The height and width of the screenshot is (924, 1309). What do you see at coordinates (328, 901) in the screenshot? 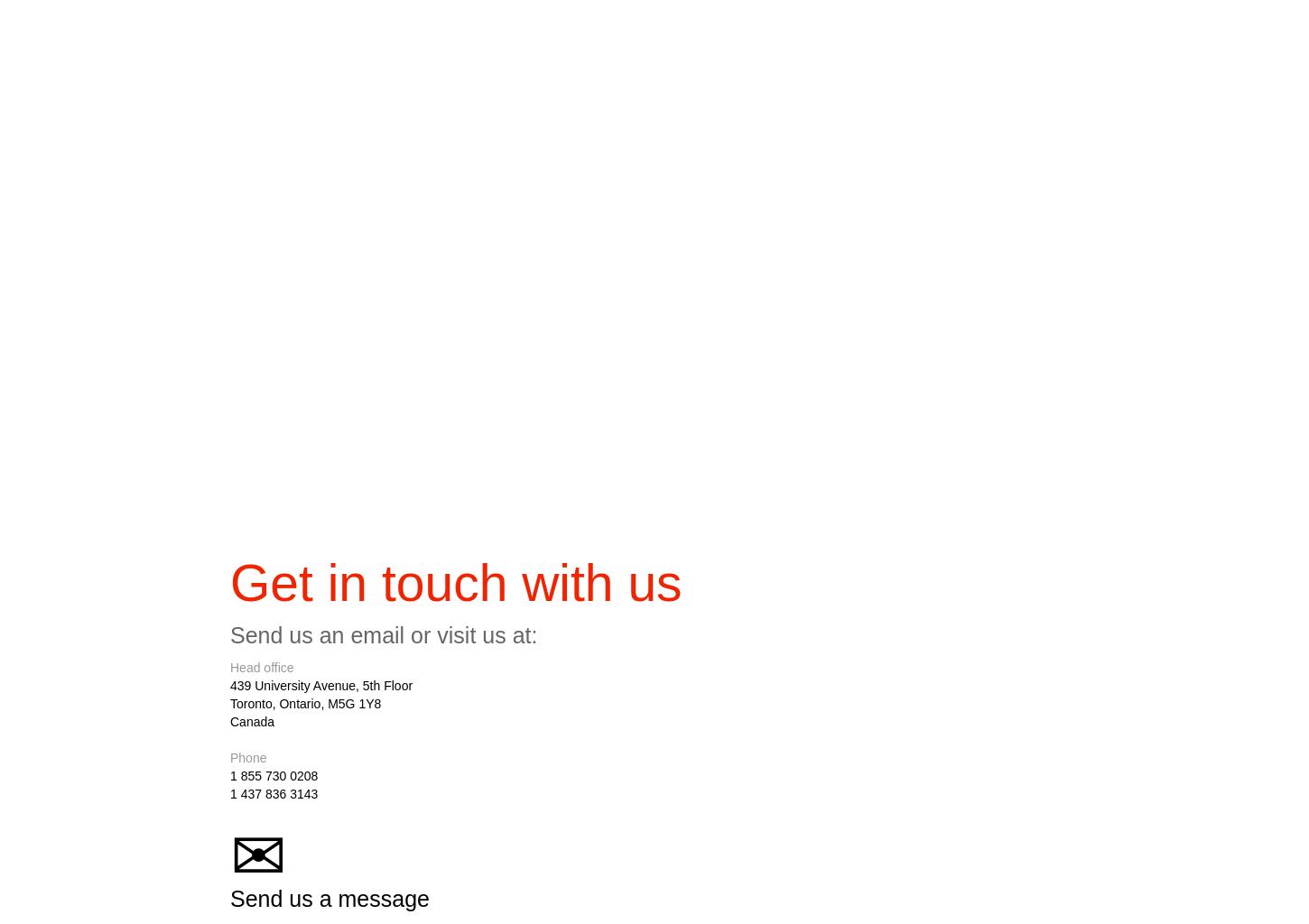
I see `'Send us a message'` at bounding box center [328, 901].